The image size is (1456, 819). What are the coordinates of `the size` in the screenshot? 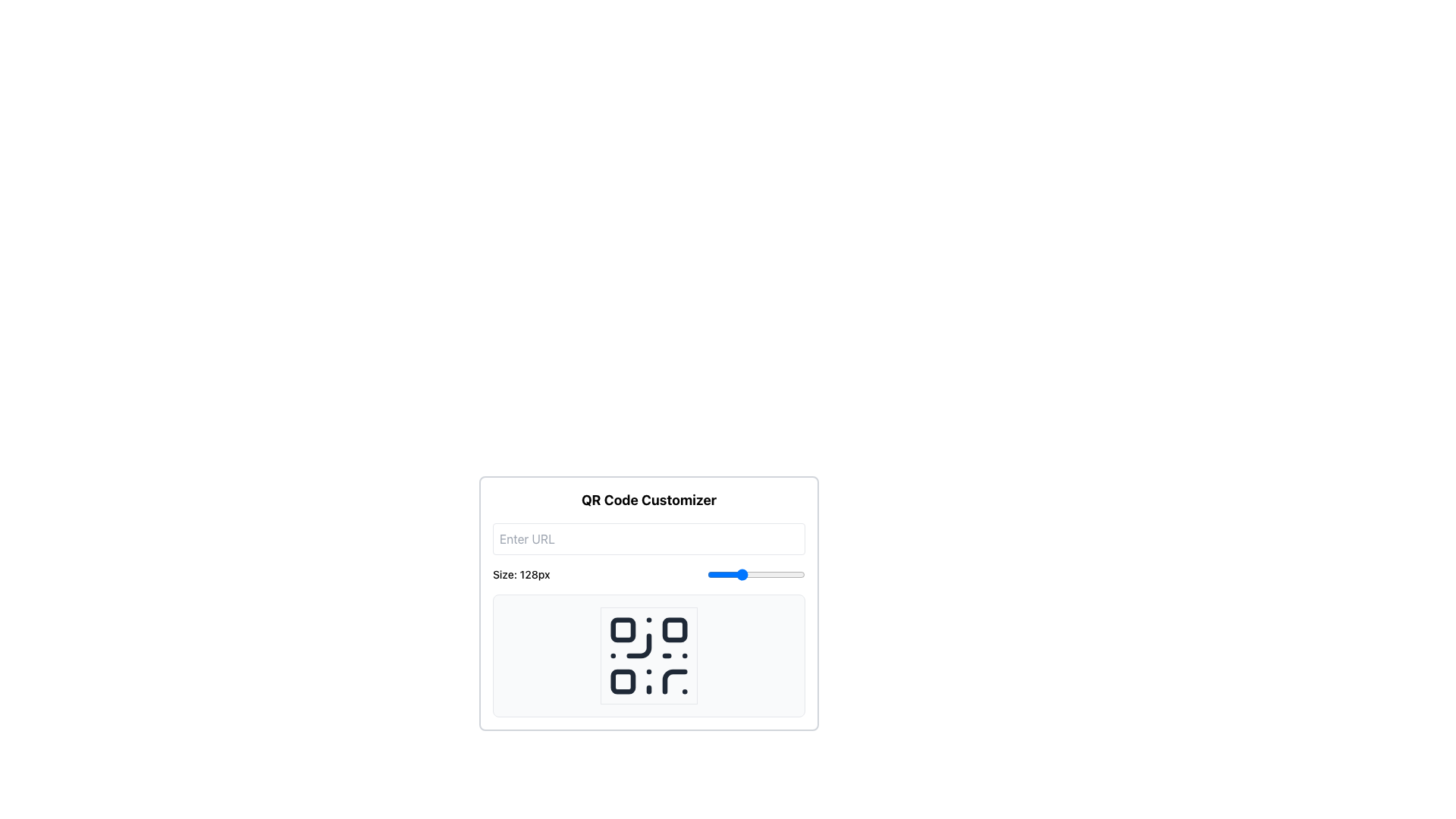 It's located at (789, 575).